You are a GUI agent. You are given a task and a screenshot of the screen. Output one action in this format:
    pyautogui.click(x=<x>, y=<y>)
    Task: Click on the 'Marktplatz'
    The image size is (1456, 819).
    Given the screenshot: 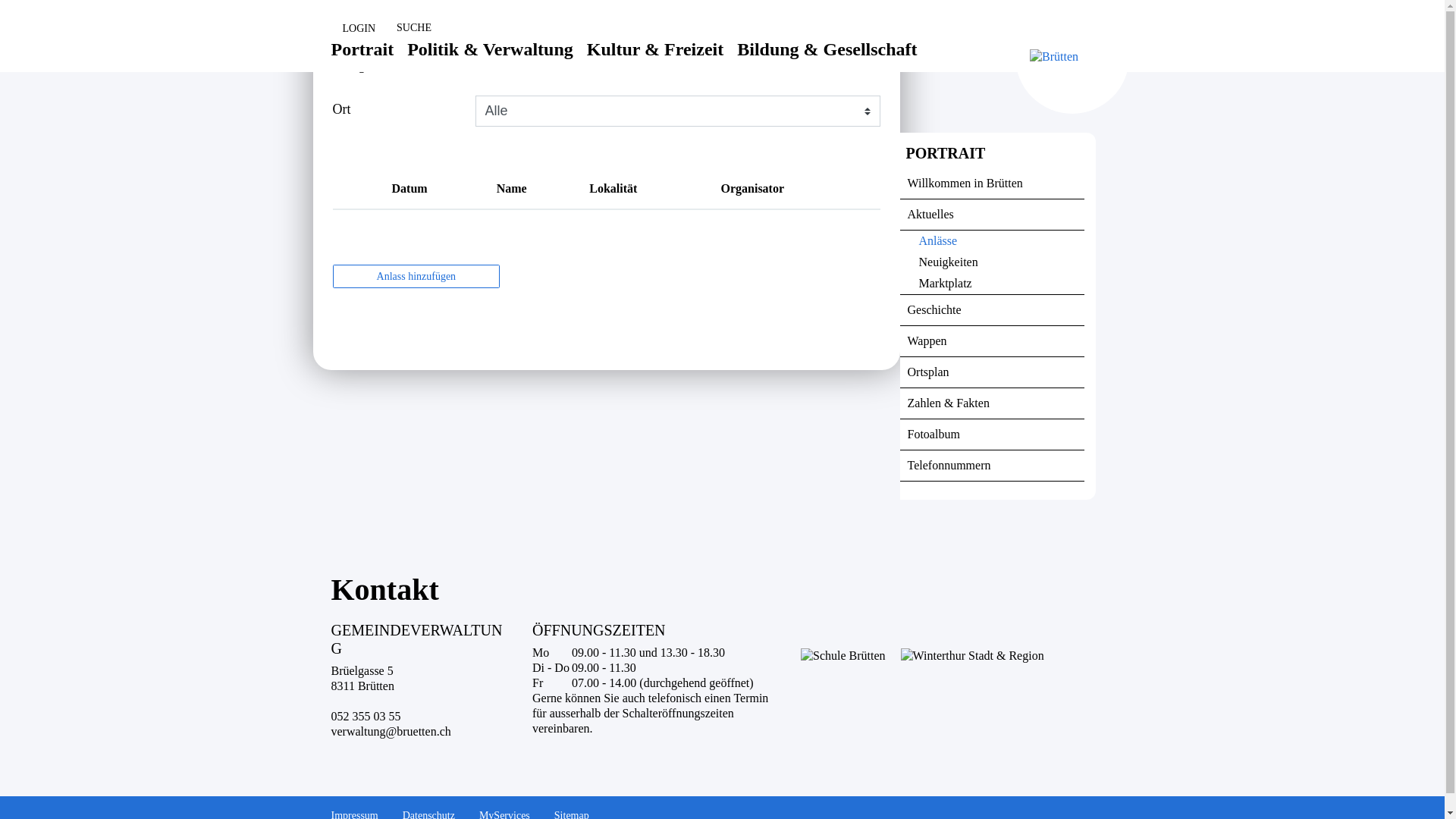 What is the action you would take?
    pyautogui.click(x=991, y=284)
    